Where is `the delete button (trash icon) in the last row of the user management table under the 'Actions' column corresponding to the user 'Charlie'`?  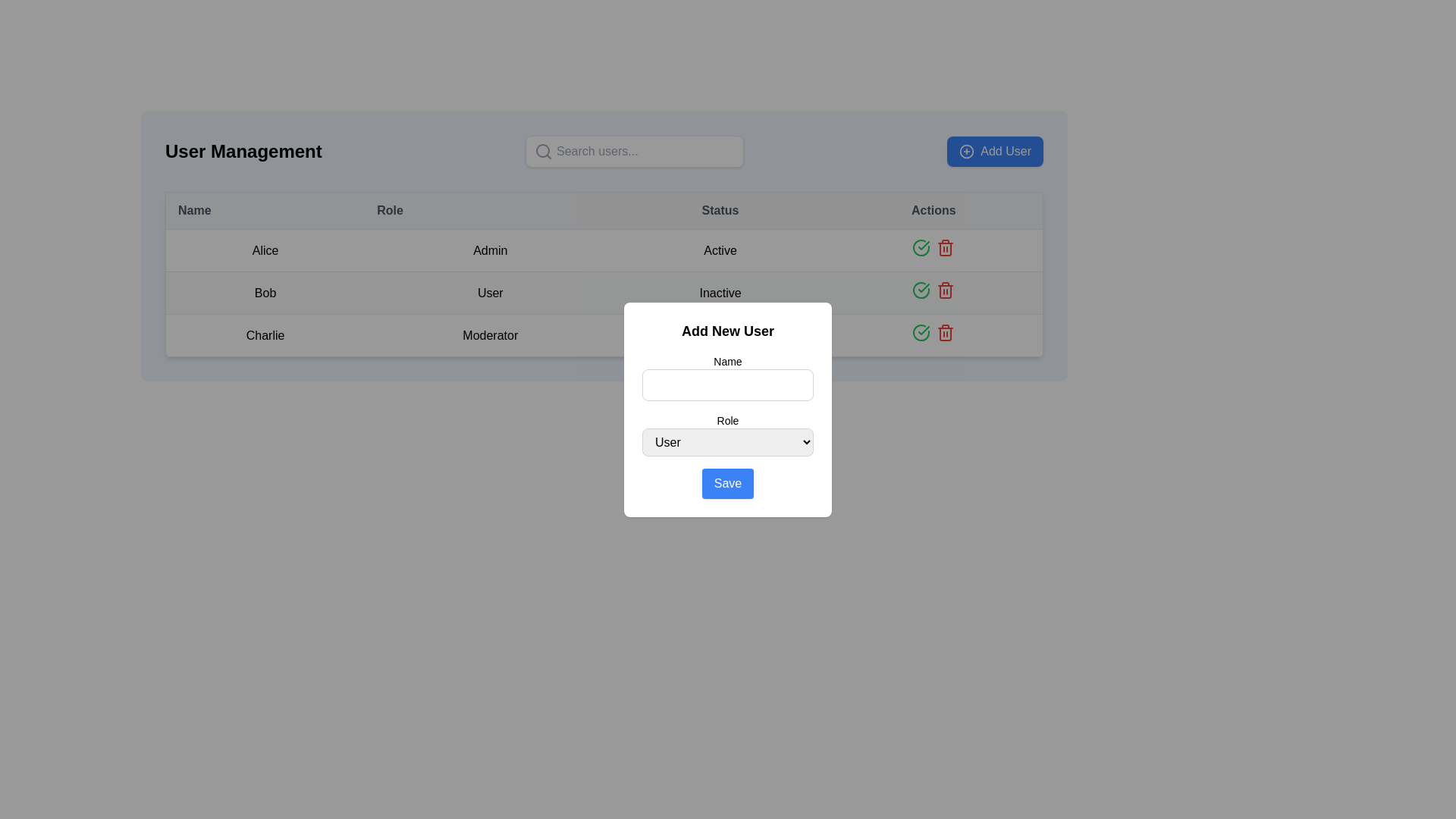
the delete button (trash icon) in the last row of the user management table under the 'Actions' column corresponding to the user 'Charlie' is located at coordinates (945, 332).